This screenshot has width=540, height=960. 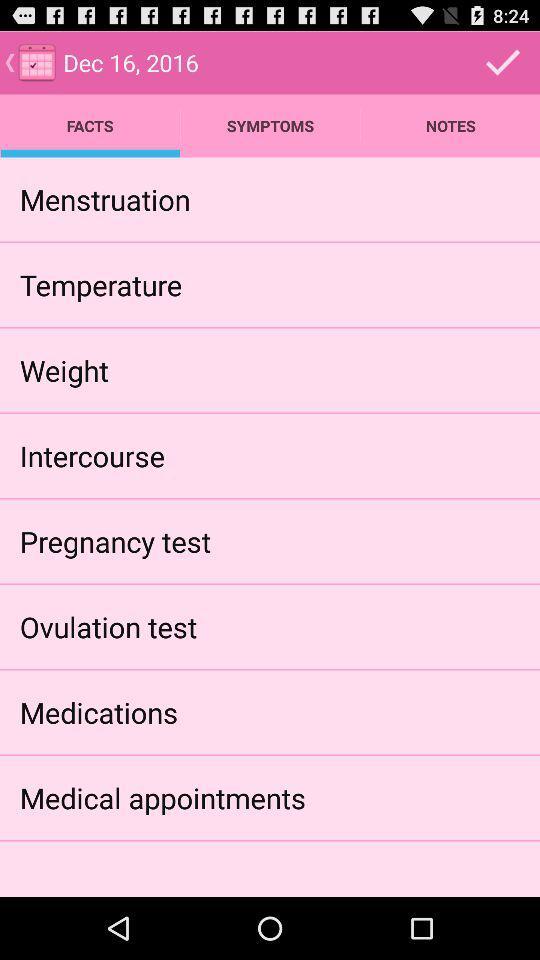 I want to click on intercourse app, so click(x=91, y=455).